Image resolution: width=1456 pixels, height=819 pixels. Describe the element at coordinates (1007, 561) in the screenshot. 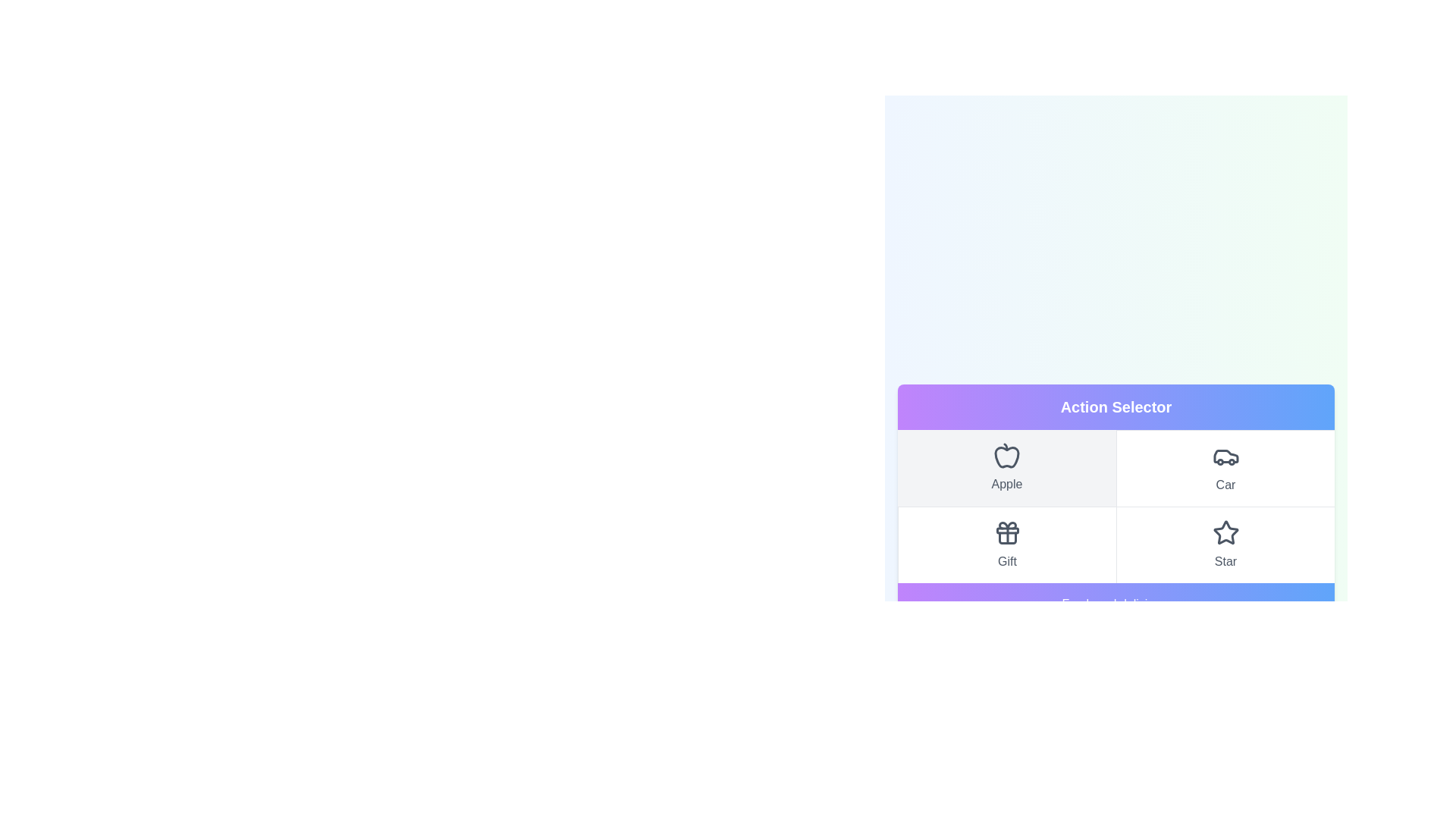

I see `the Text label located in the second row and first column of the grid, which describes the functionality of the associated gift icon` at that location.